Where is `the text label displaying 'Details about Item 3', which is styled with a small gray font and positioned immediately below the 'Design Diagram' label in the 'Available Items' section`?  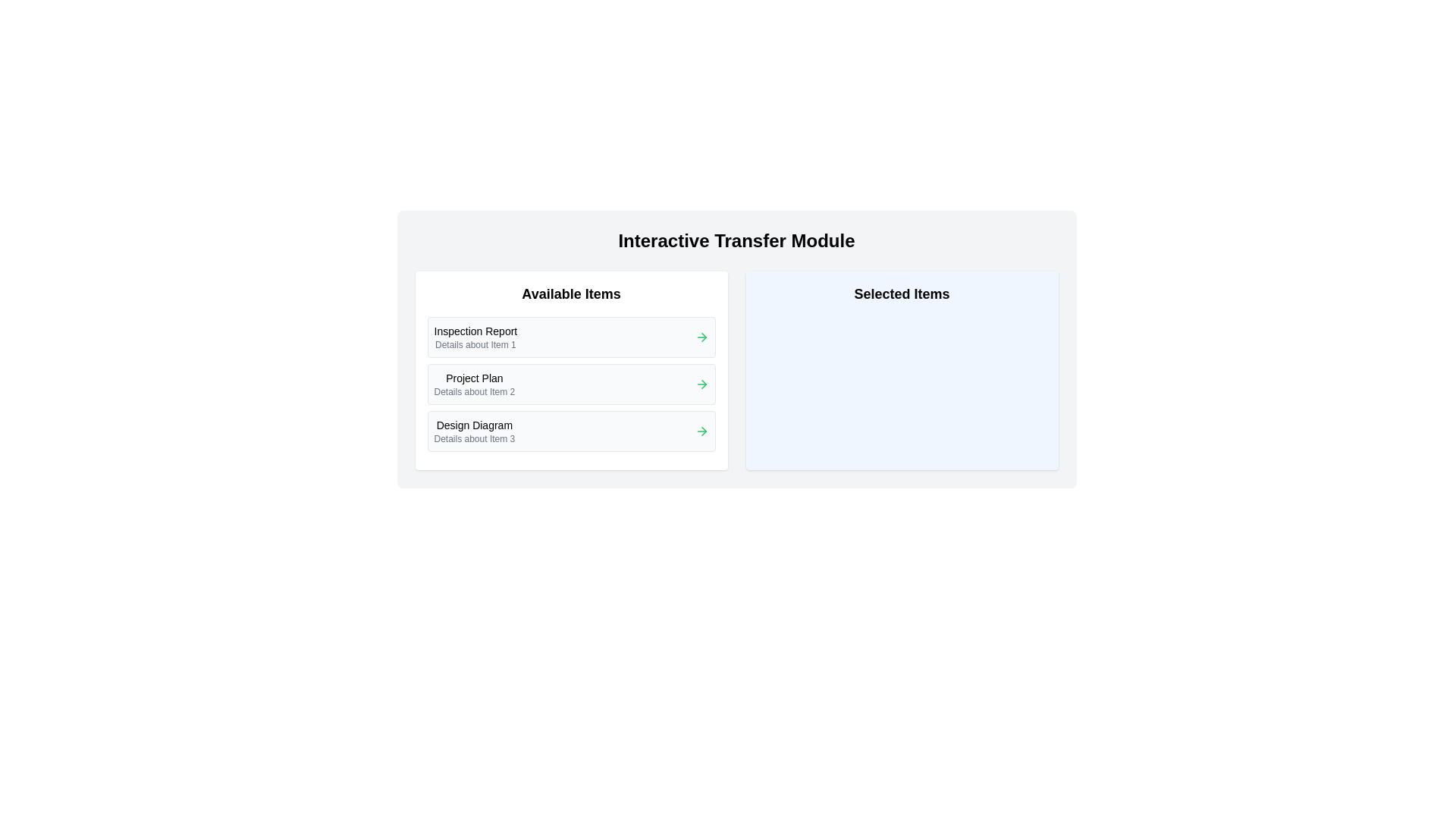 the text label displaying 'Details about Item 3', which is styled with a small gray font and positioned immediately below the 'Design Diagram' label in the 'Available Items' section is located at coordinates (473, 438).